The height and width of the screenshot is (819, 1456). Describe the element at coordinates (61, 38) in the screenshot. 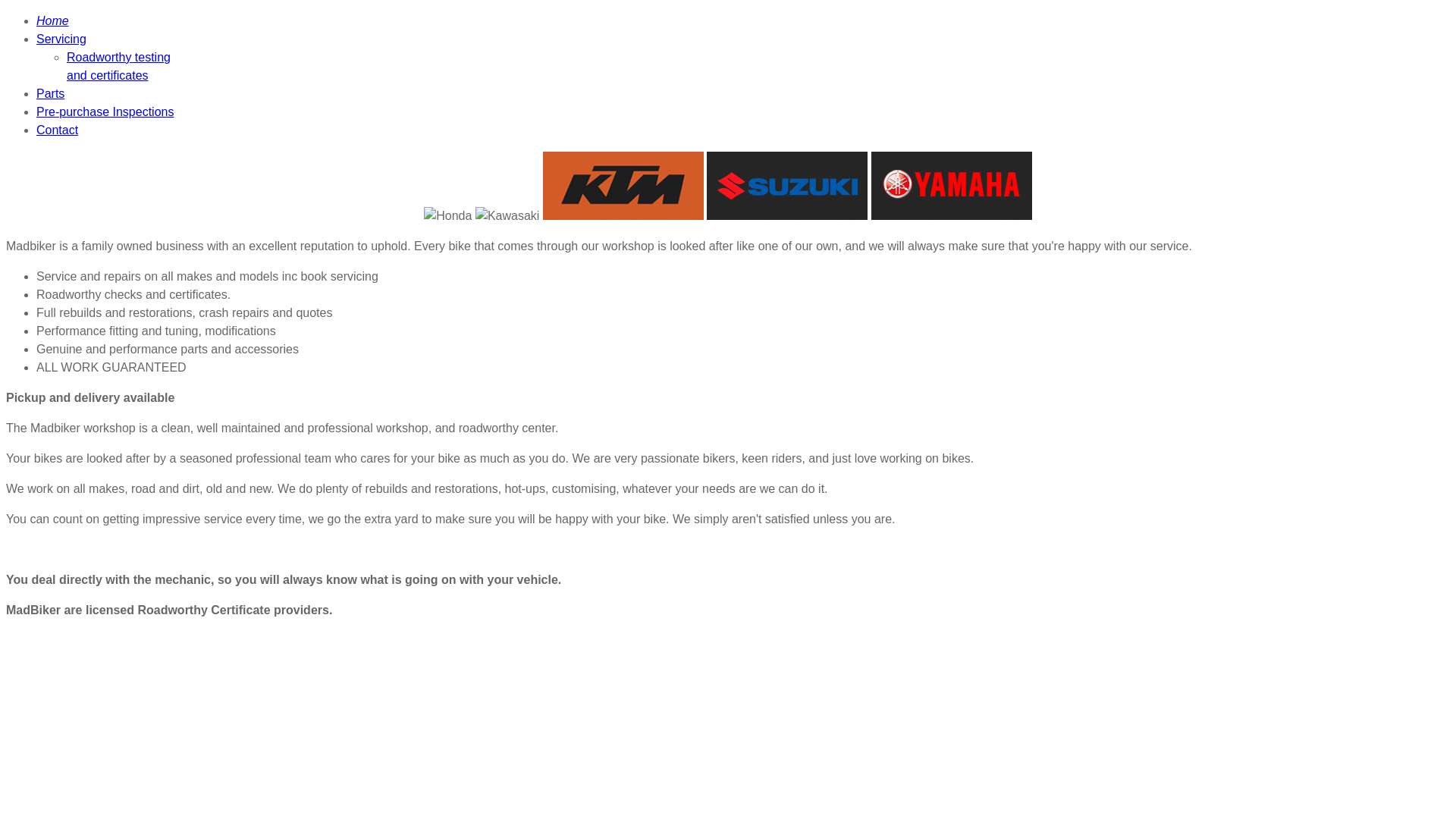

I see `'Servicing'` at that location.